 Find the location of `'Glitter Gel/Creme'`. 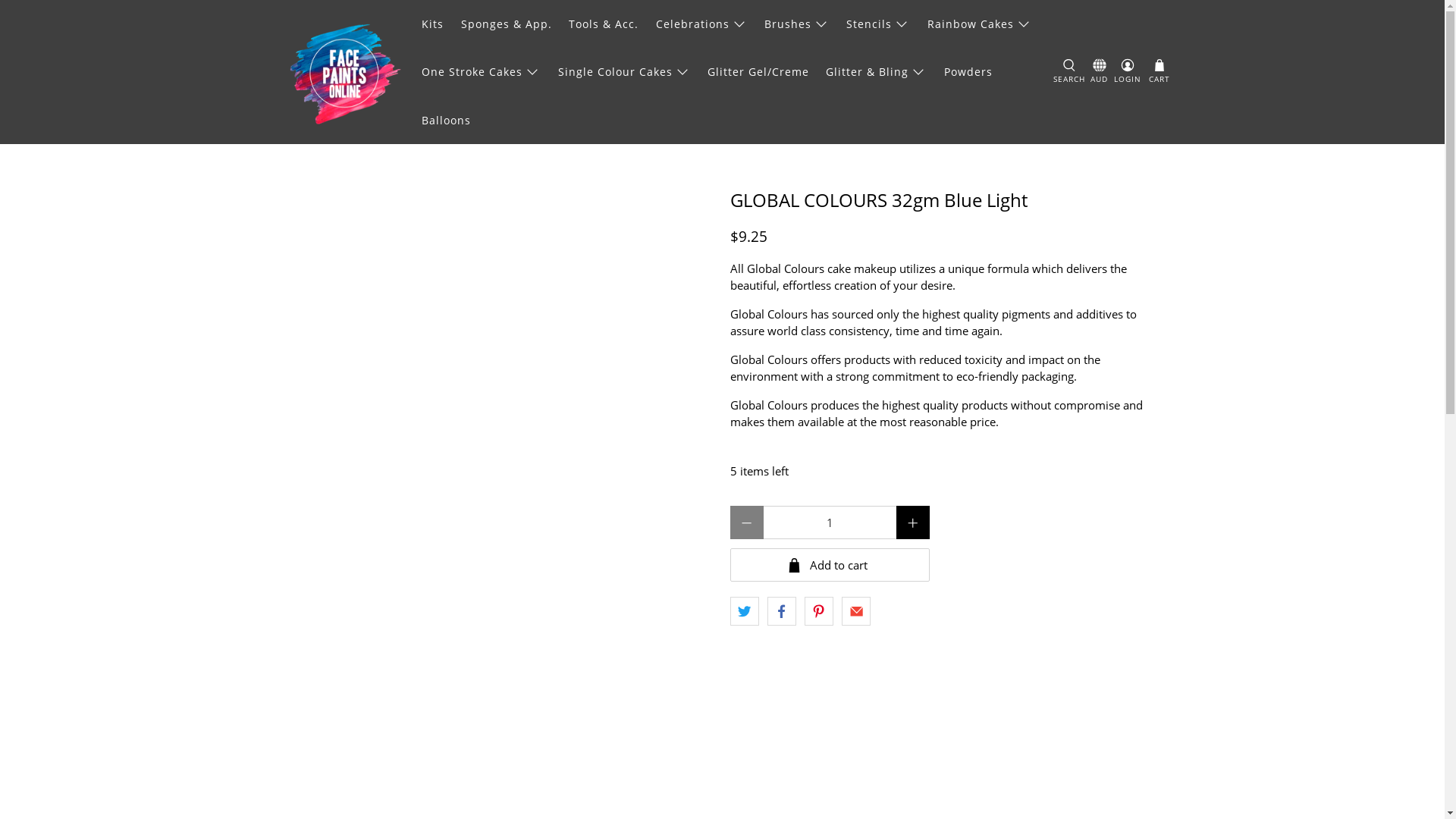

'Glitter Gel/Creme' is located at coordinates (758, 71).